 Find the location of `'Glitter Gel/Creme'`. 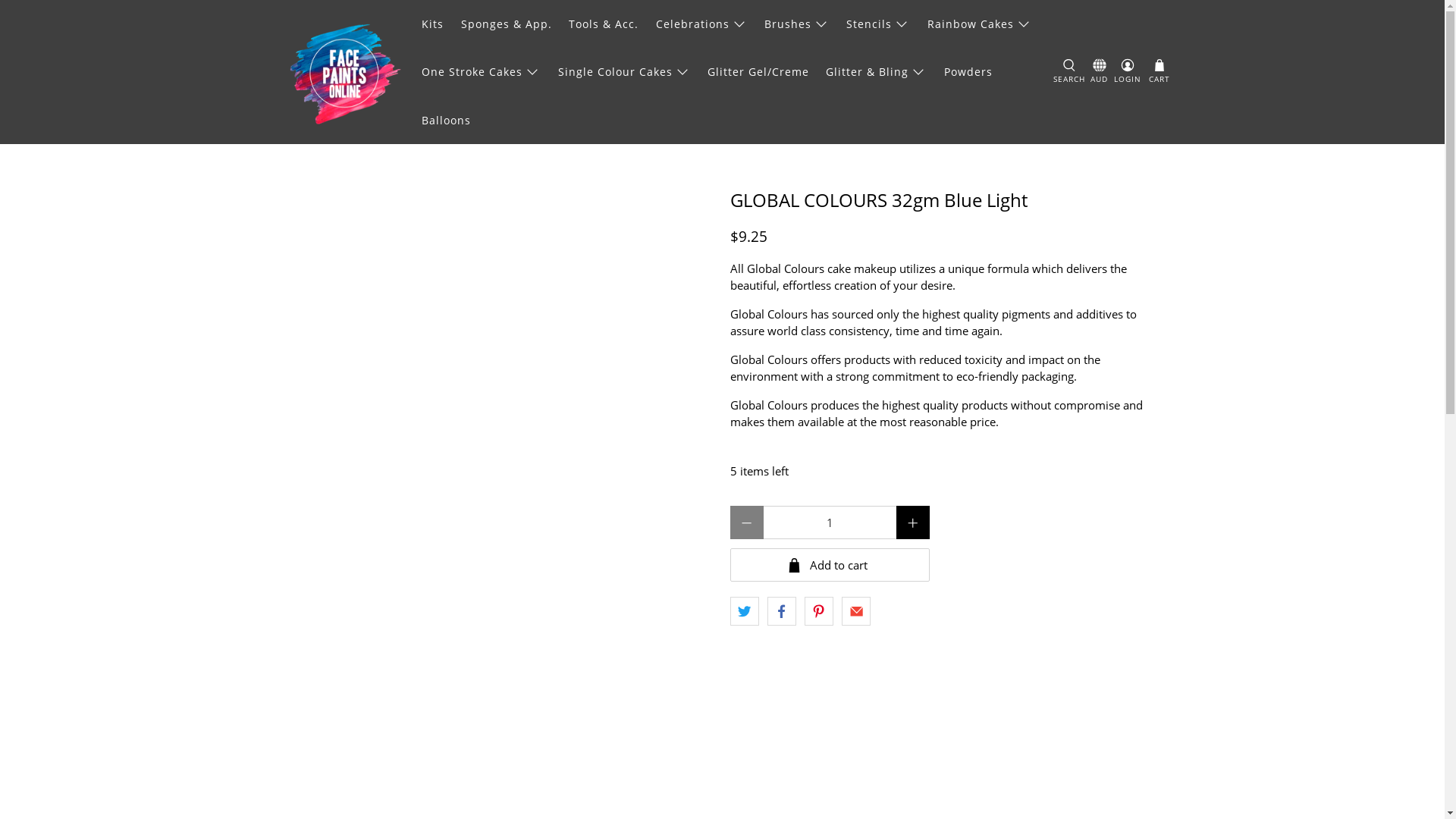

'Glitter Gel/Creme' is located at coordinates (758, 71).